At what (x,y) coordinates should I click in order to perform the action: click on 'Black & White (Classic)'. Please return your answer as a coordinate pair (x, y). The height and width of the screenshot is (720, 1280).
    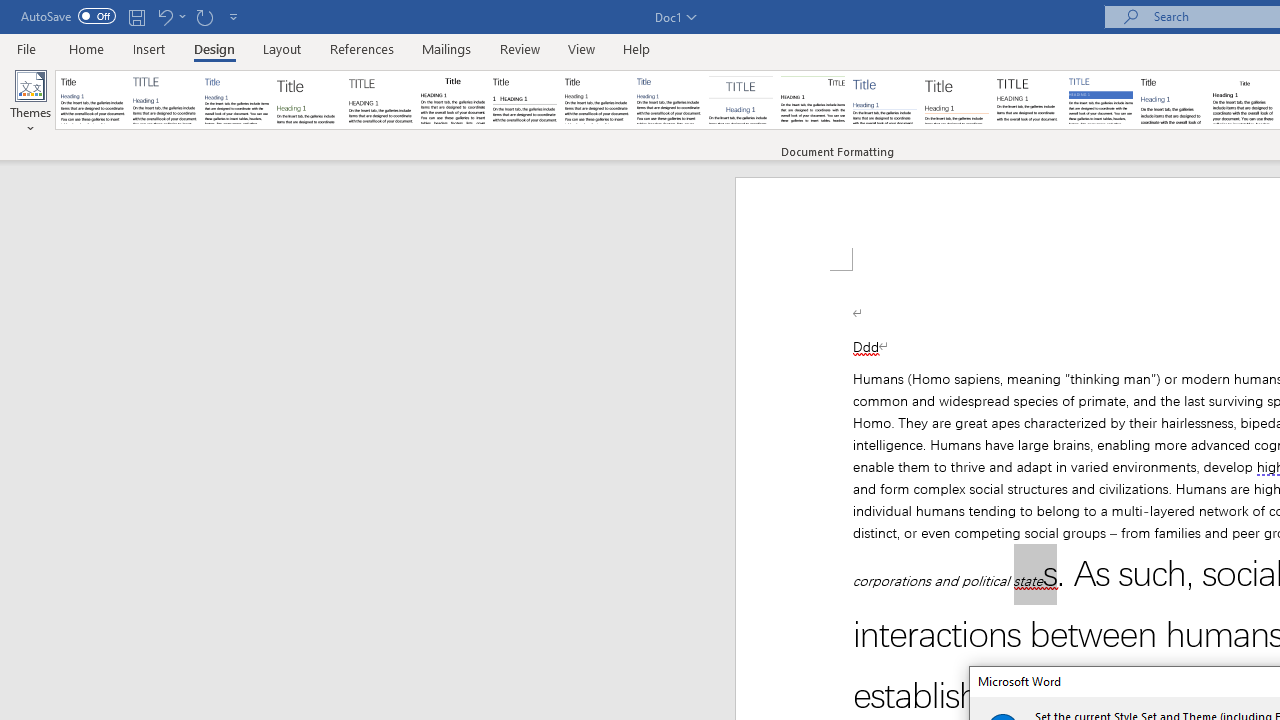
    Looking at the image, I should click on (452, 100).